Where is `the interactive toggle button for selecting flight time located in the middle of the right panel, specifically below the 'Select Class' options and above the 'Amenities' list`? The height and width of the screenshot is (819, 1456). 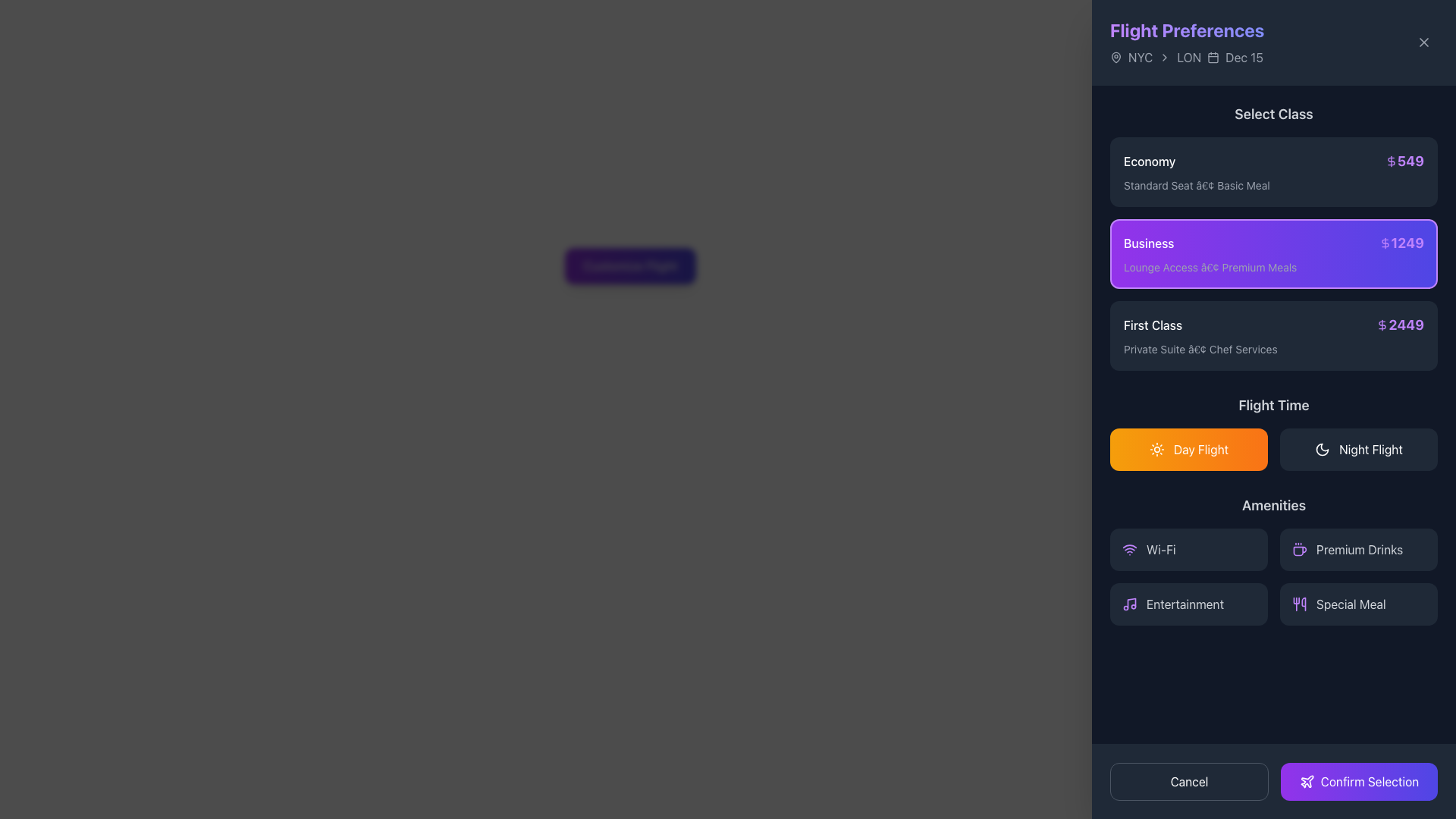
the interactive toggle button for selecting flight time located in the middle of the right panel, specifically below the 'Select Class' options and above the 'Amenities' list is located at coordinates (1274, 432).